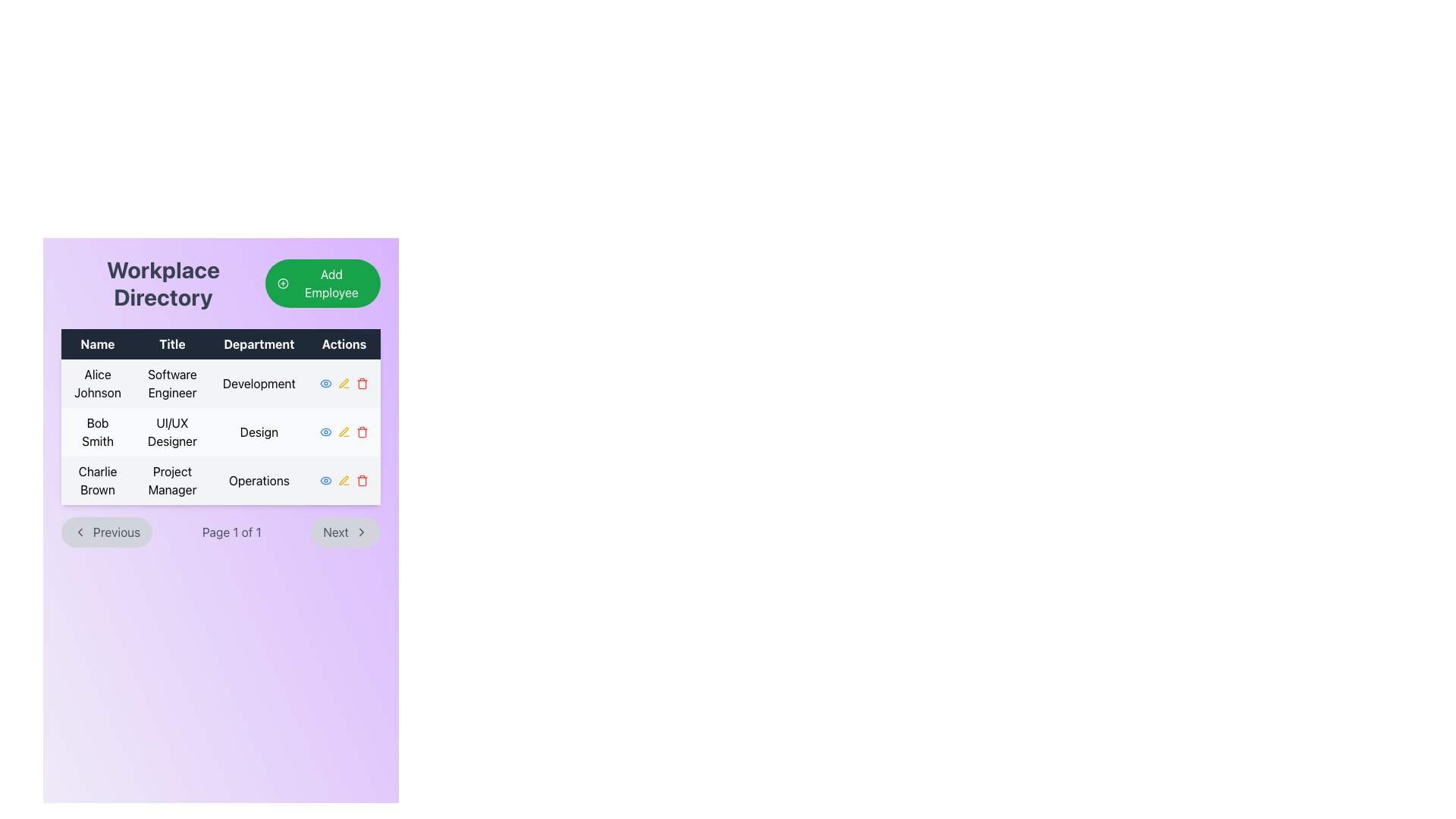  Describe the element at coordinates (342, 480) in the screenshot. I see `each interactive button in the last cell of the row associated with 'Charlie Brown' under the 'Actions' column in the table layout` at that location.